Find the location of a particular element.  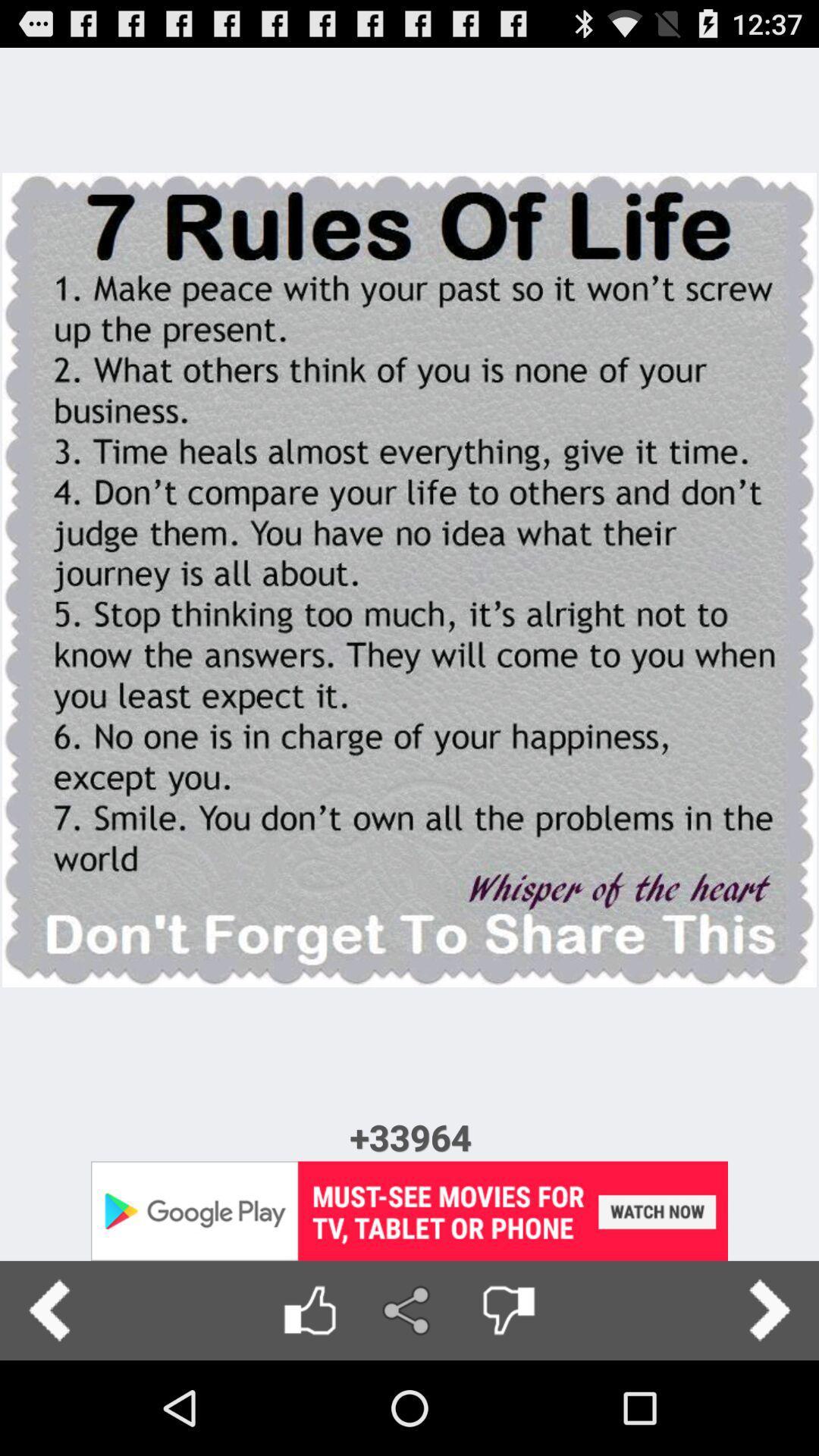

previous is located at coordinates (49, 1310).